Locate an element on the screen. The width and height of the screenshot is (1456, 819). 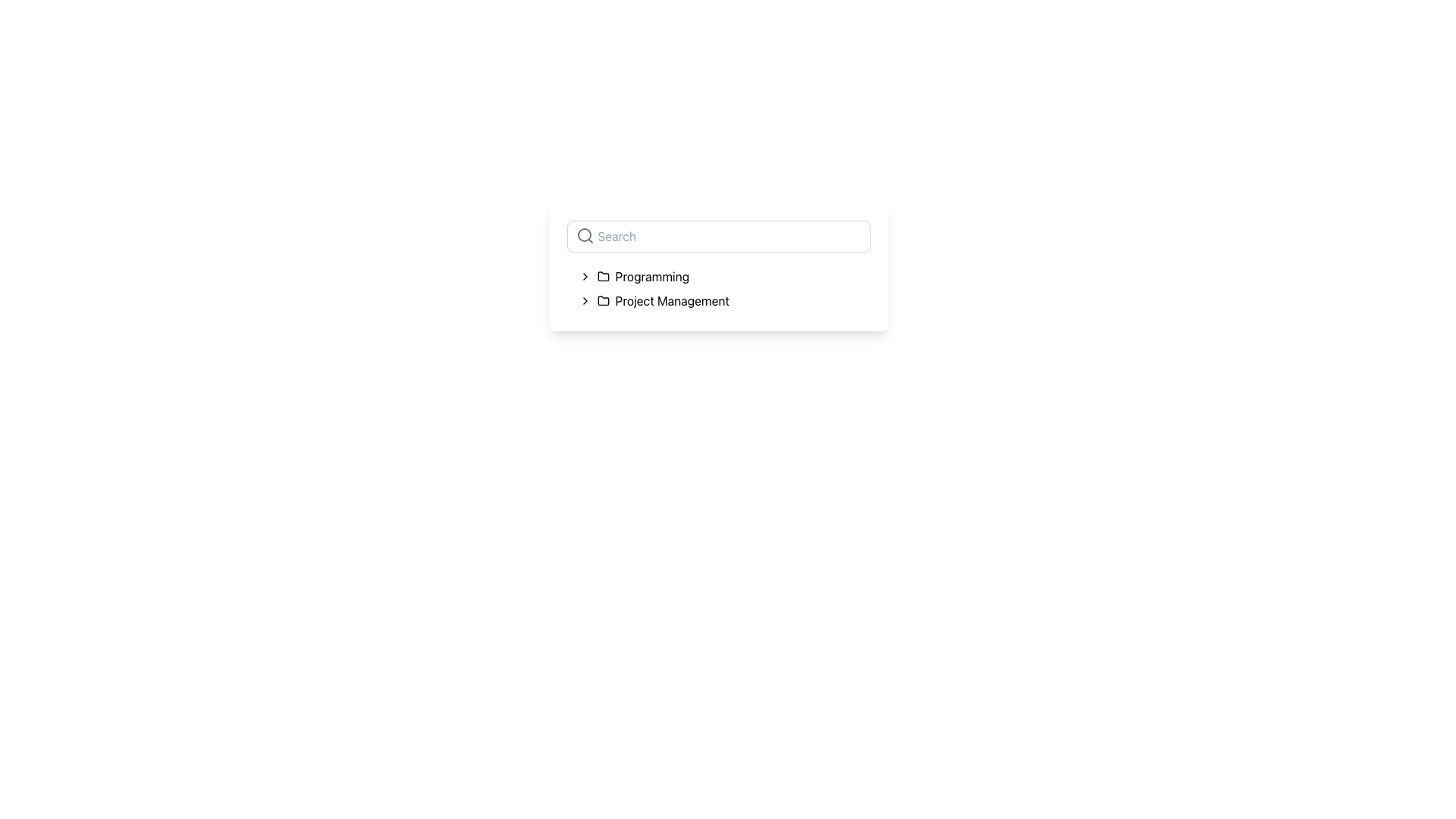
the 'Programming' category label with the accompanying icon is located at coordinates (643, 277).